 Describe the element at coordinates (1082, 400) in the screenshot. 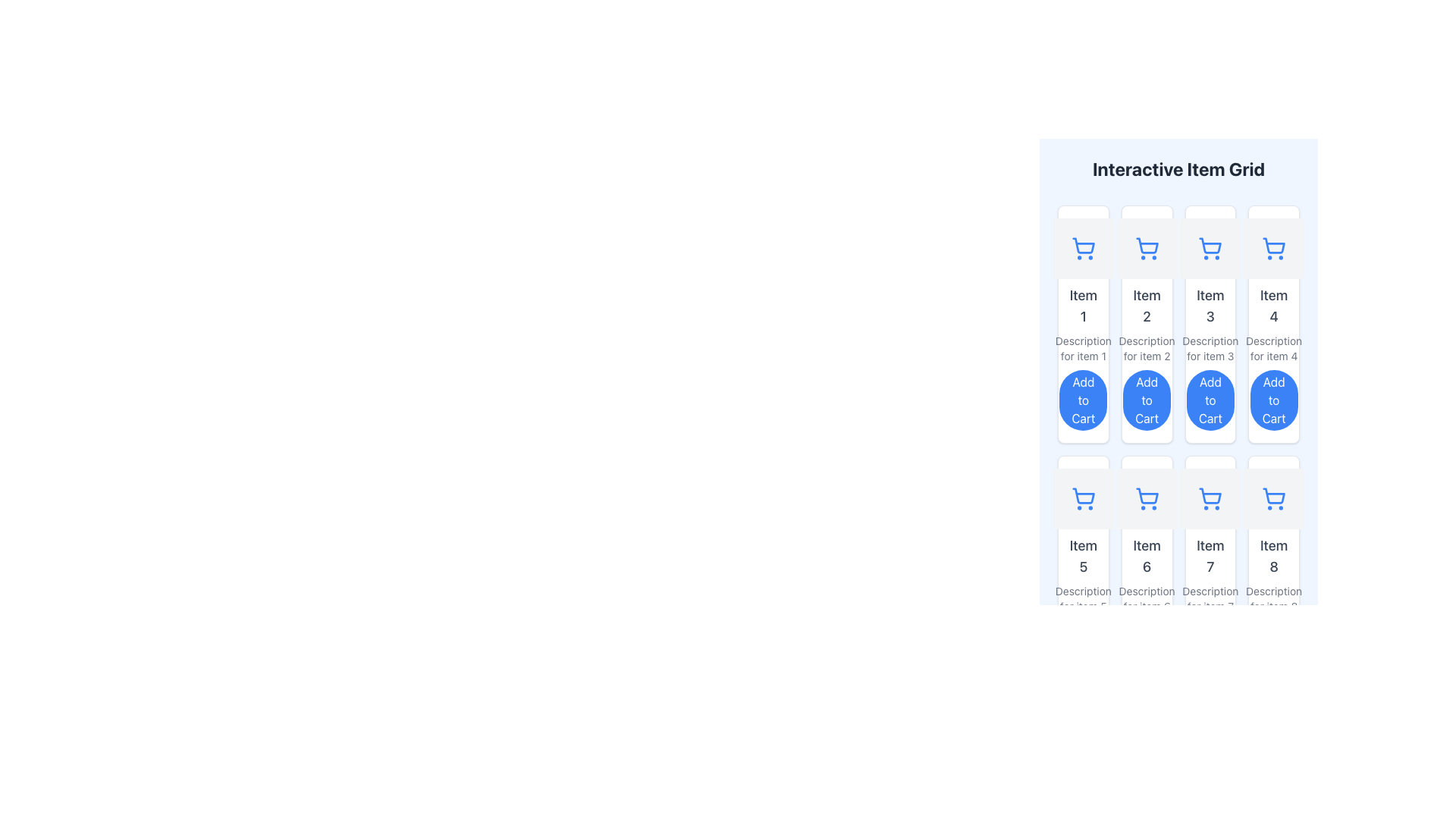

I see `the rounded blue button labeled 'Add to Cart' located at the bottom of the 'Item 1' card` at that location.